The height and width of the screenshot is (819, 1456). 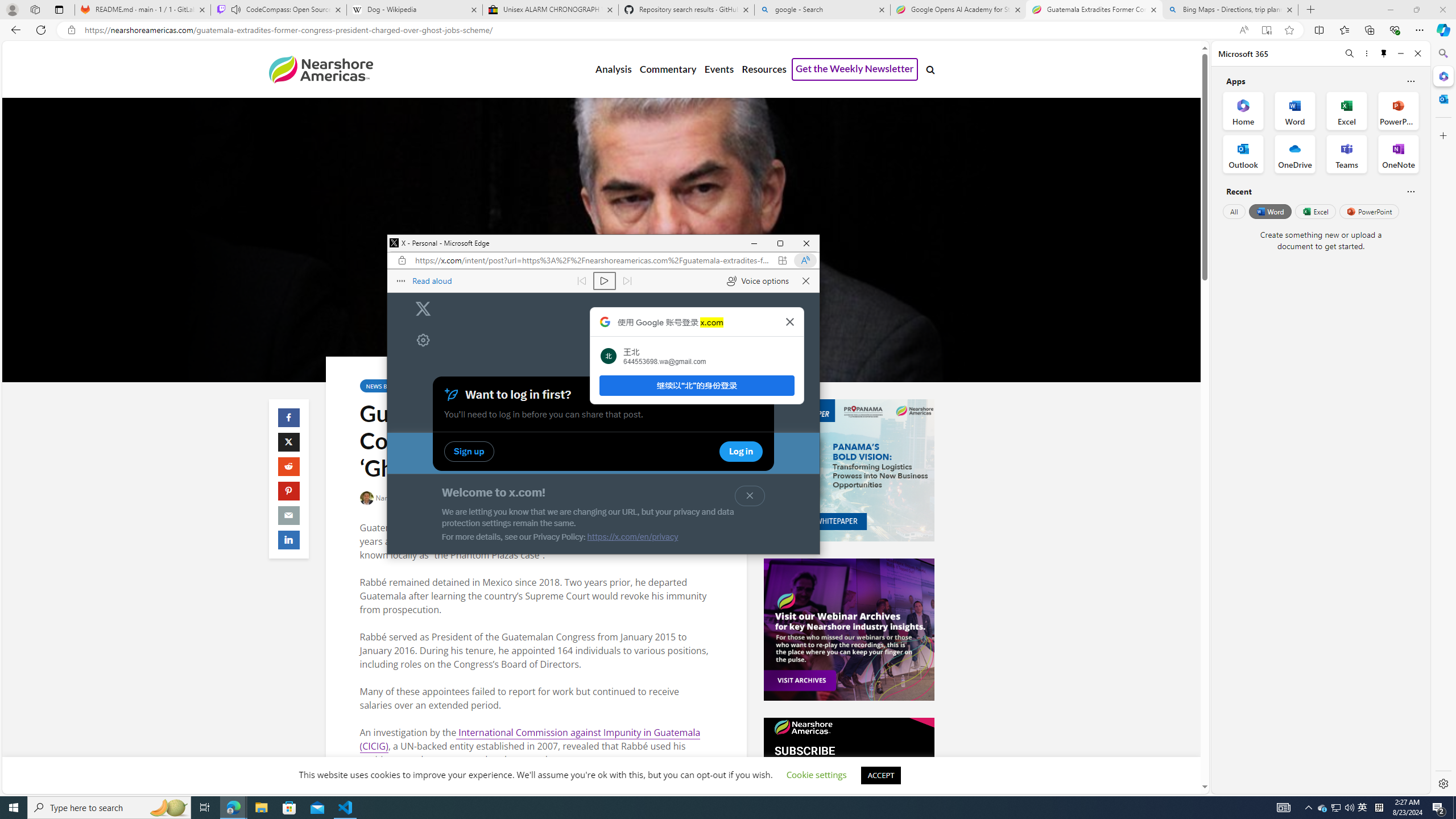 What do you see at coordinates (1243, 111) in the screenshot?
I see `'Home Office App'` at bounding box center [1243, 111].